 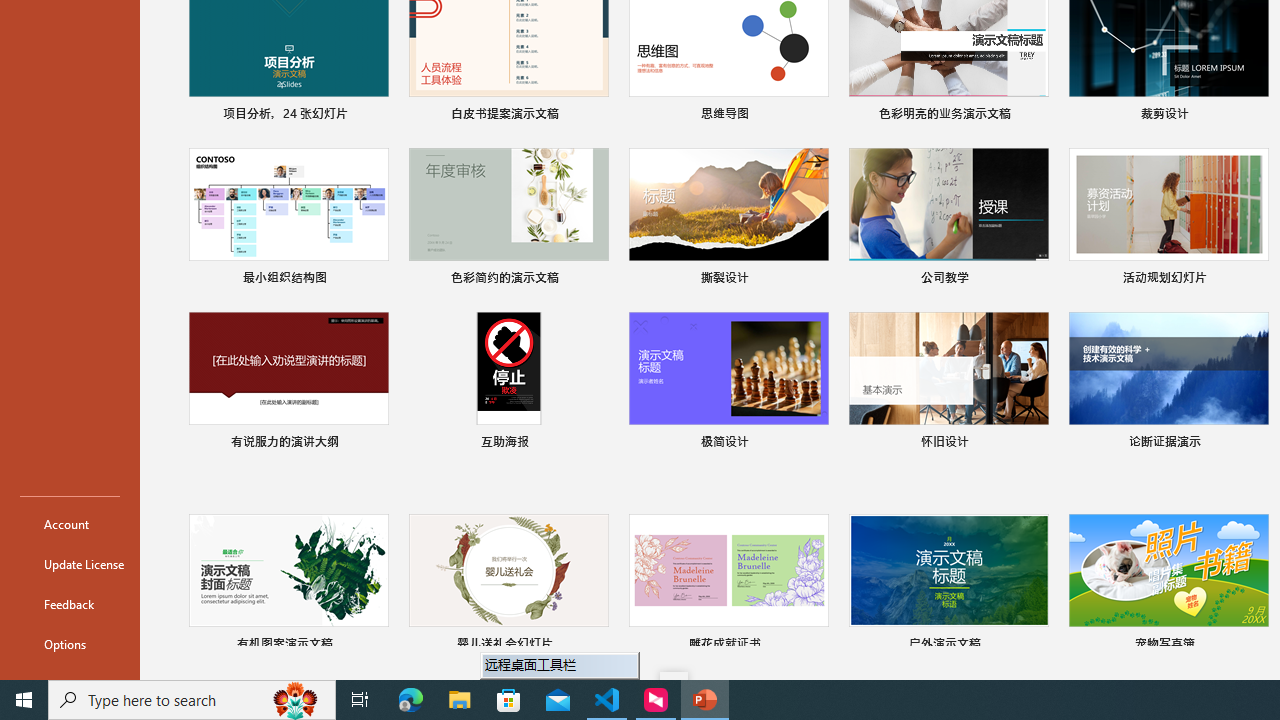 I want to click on 'Feedback', so click(x=69, y=603).